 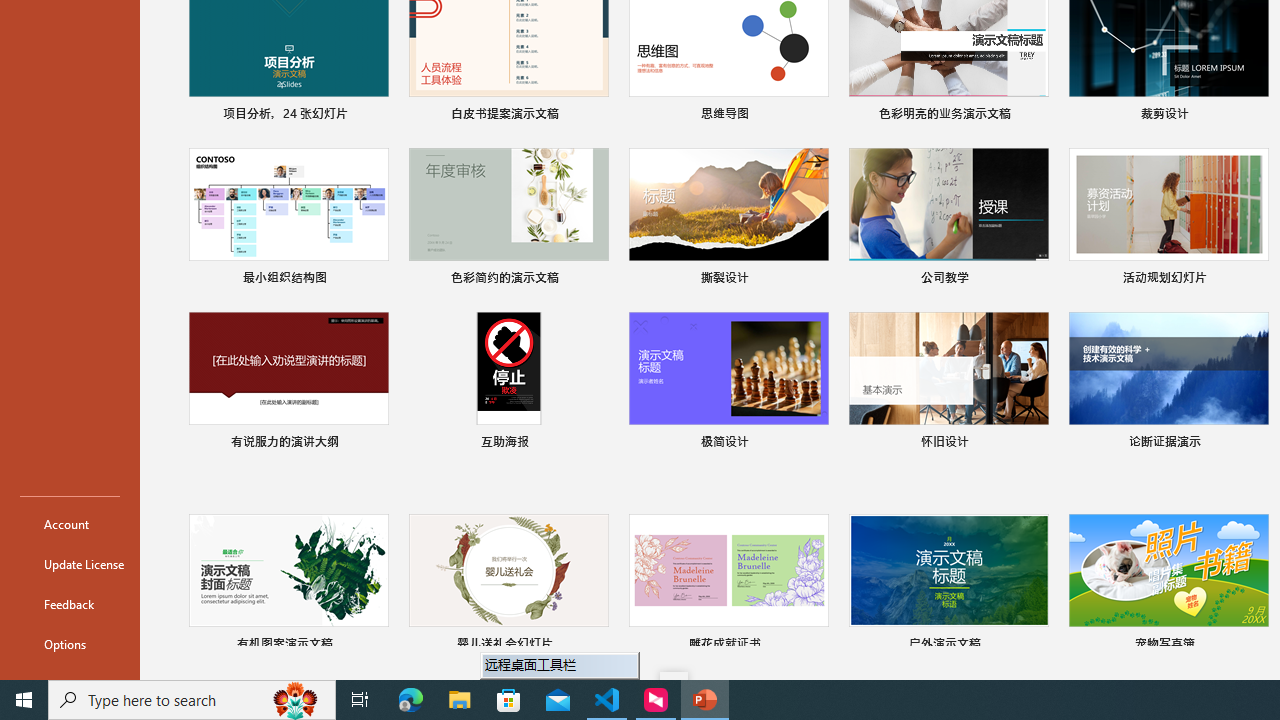 I want to click on 'Feedback', so click(x=69, y=603).